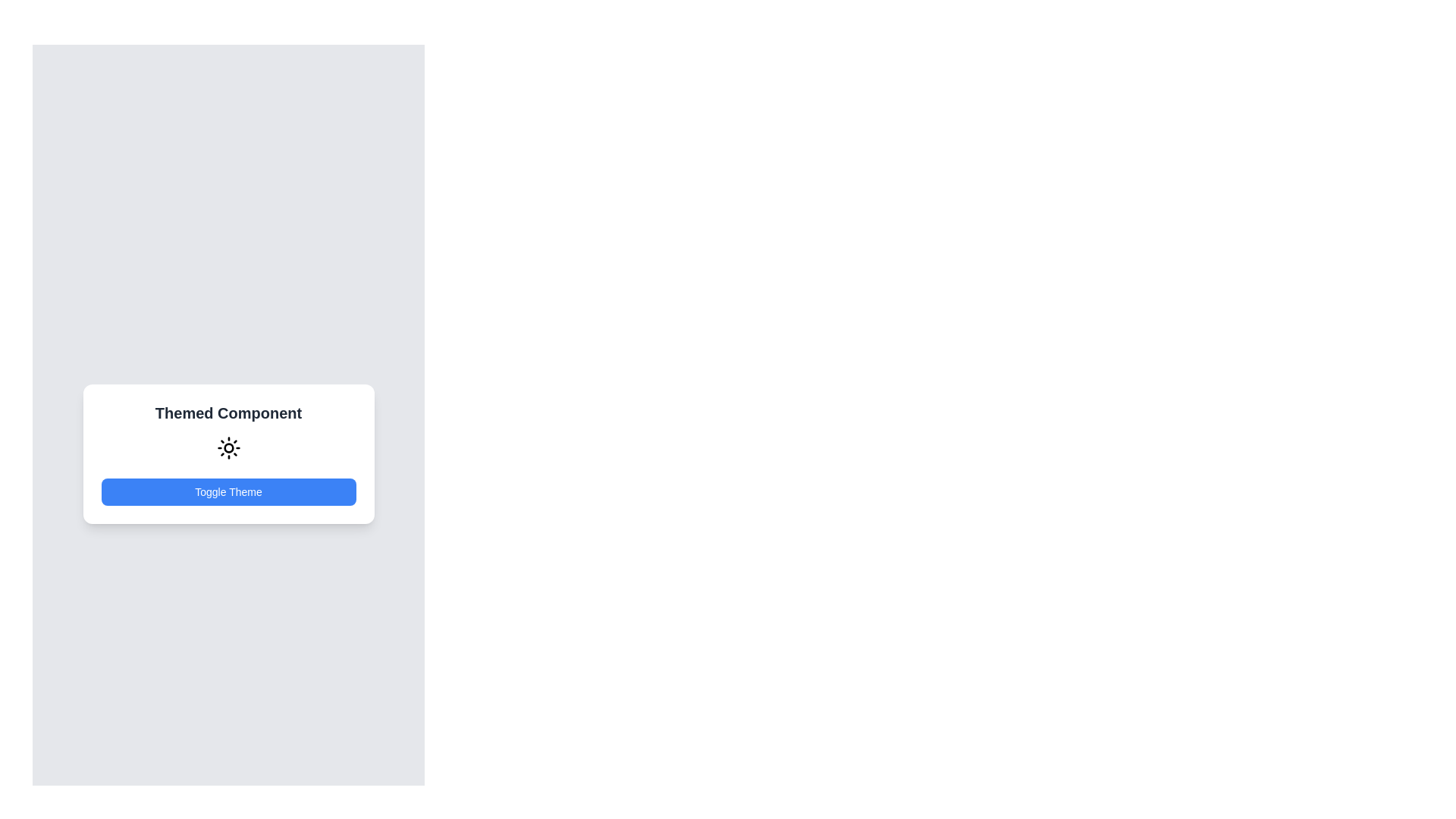 The image size is (1456, 819). What do you see at coordinates (227, 491) in the screenshot?
I see `the blue button labeled 'Toggle Theme' with white text to change its background color` at bounding box center [227, 491].